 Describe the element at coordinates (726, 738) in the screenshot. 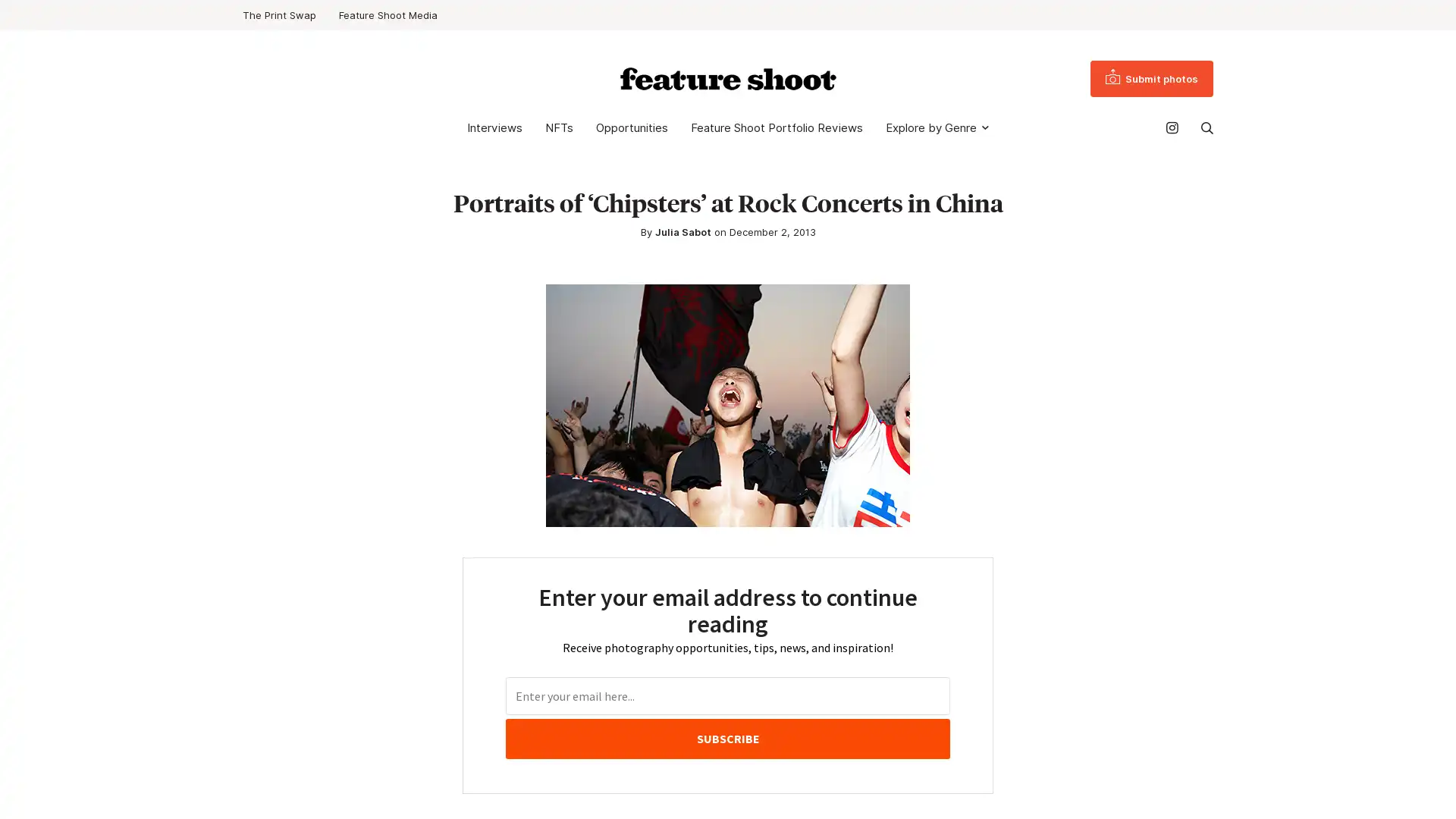

I see `SUBSCRIBE` at that location.